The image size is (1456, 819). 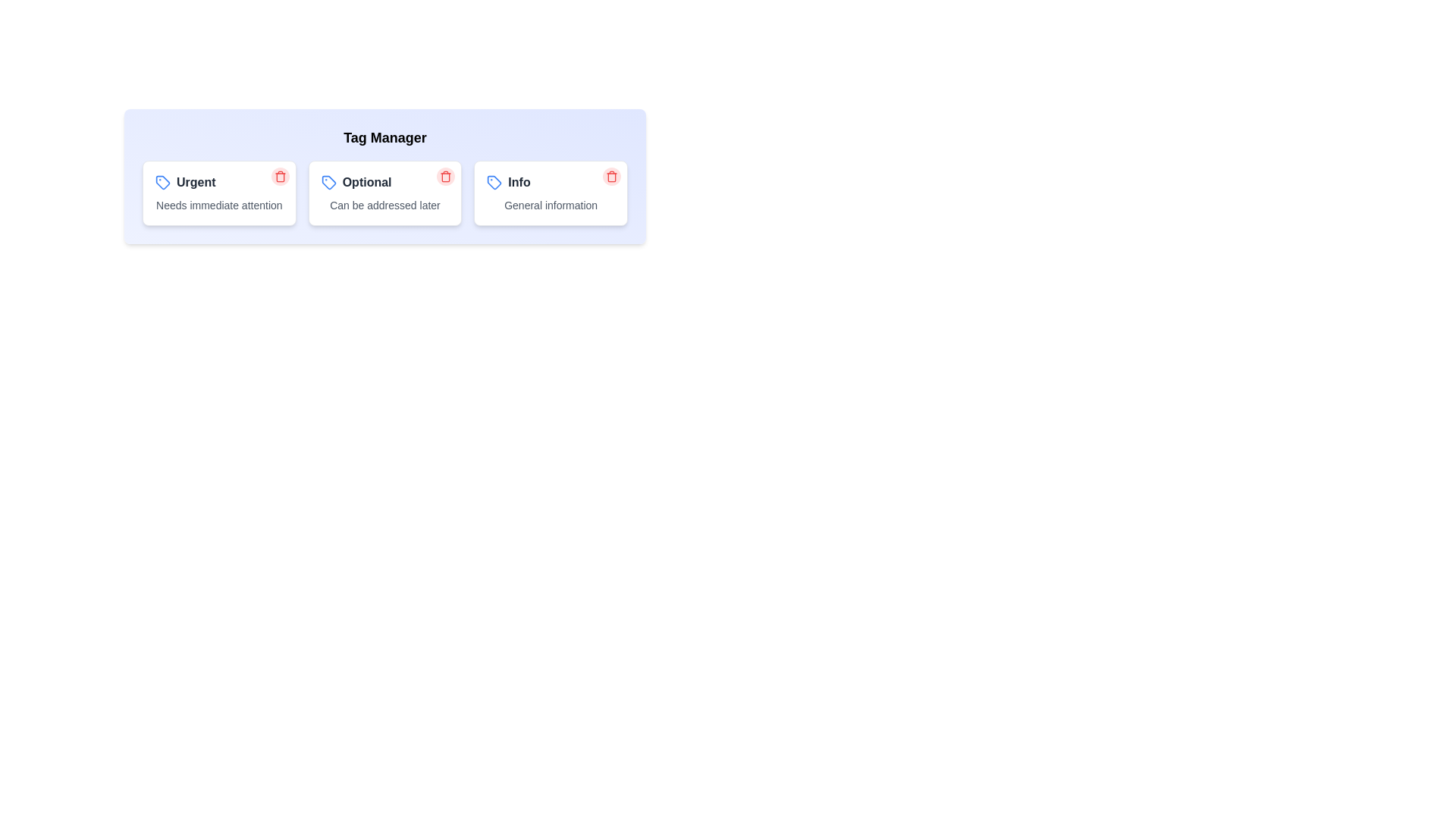 What do you see at coordinates (280, 175) in the screenshot?
I see `the trash icon of the tag labeled Urgent to delete it` at bounding box center [280, 175].